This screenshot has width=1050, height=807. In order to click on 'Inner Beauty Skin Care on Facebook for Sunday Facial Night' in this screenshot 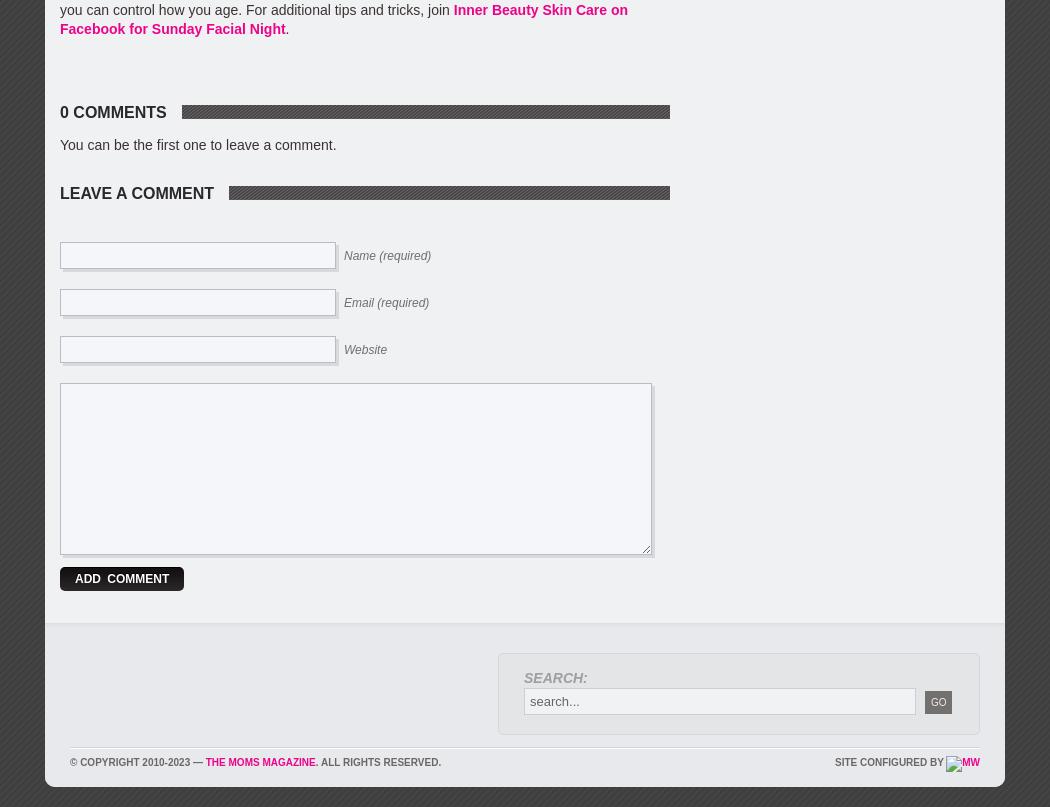, I will do `click(342, 18)`.